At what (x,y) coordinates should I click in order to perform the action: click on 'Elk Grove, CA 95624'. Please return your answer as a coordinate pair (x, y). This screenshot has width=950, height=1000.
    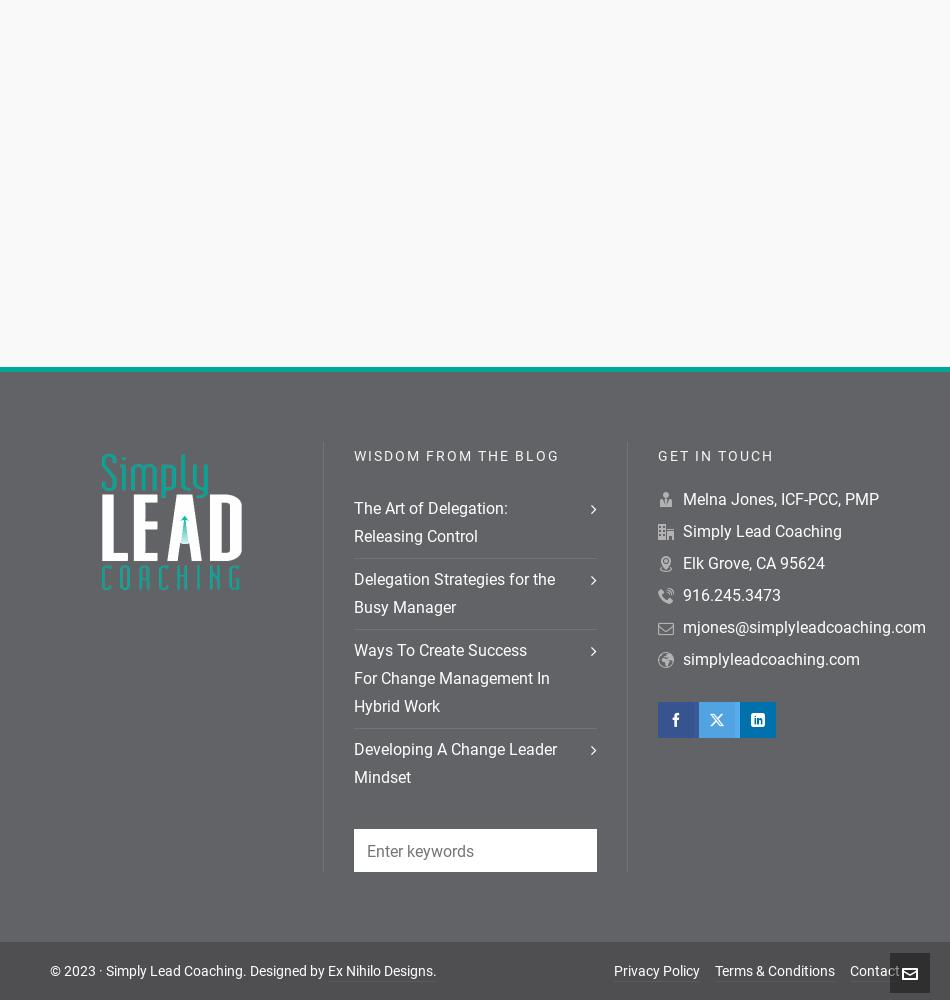
    Looking at the image, I should click on (751, 562).